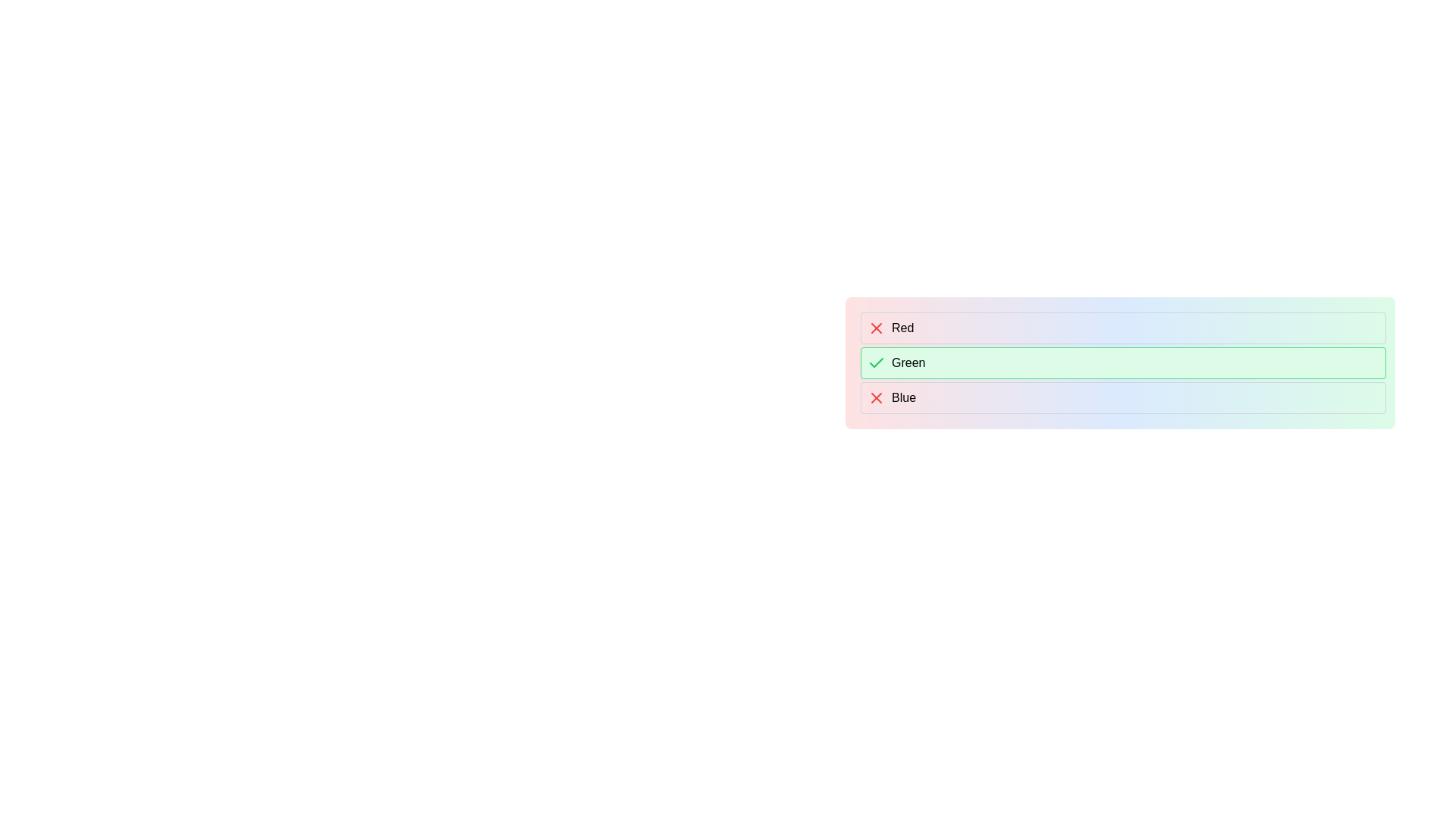 This screenshot has width=1456, height=819. I want to click on the 'Green' button, so click(1123, 362).